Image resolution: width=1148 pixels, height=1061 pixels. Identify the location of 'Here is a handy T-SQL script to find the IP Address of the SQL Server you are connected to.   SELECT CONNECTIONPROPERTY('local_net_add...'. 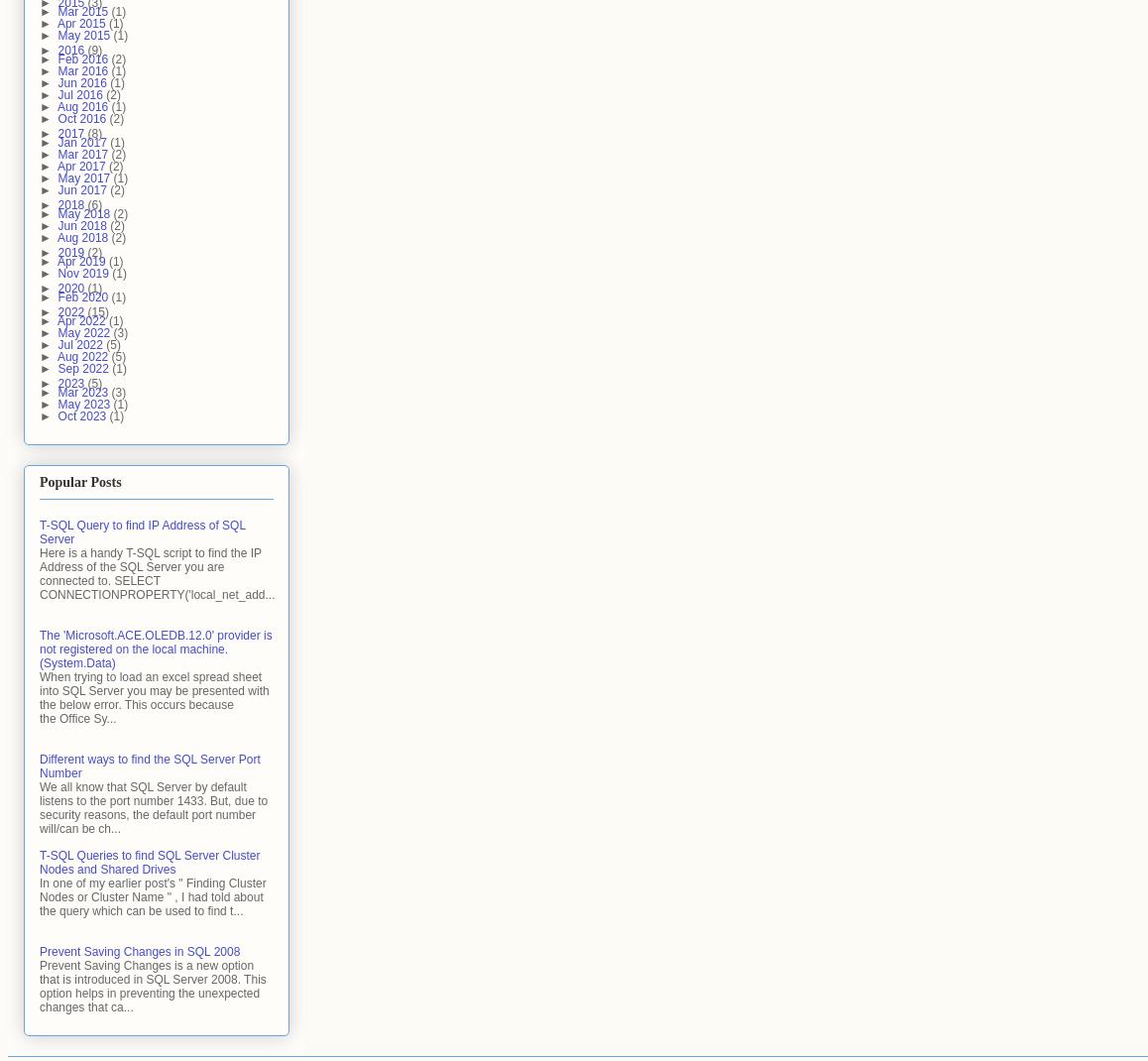
(156, 572).